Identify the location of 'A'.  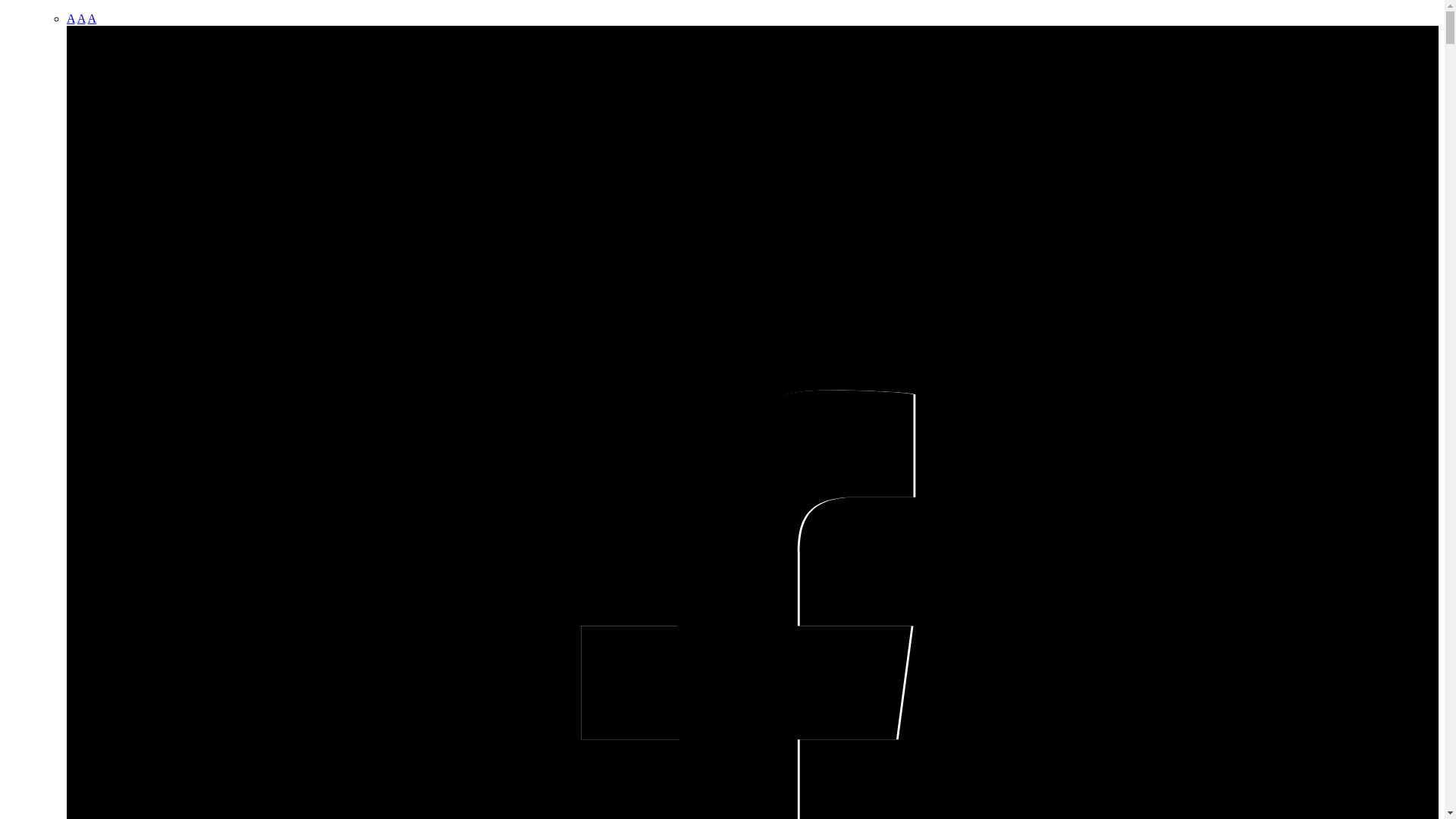
(80, 18).